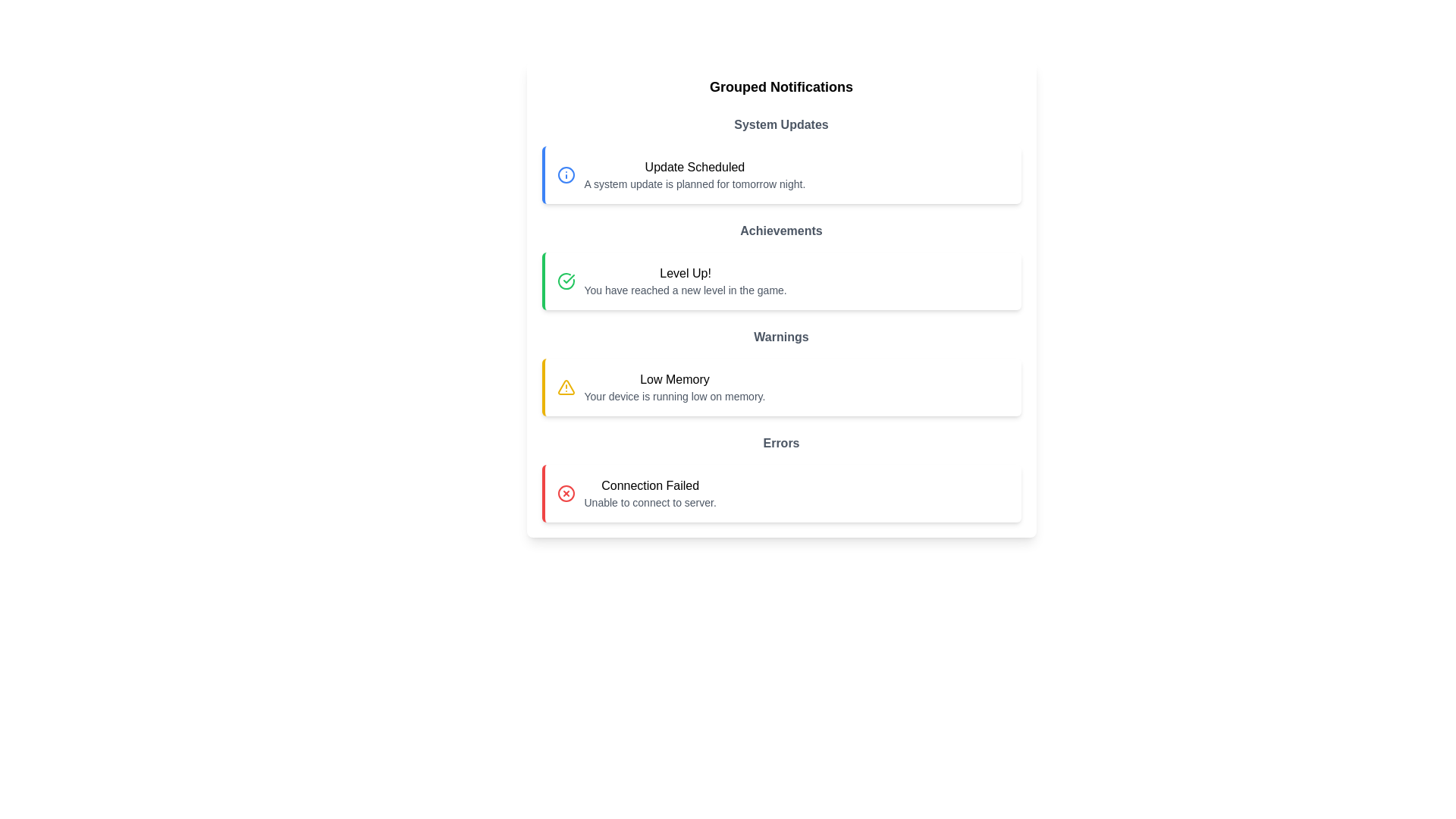  What do you see at coordinates (565, 174) in the screenshot?
I see `the circular graphical icon in the top-left corner of the 'System Updates' notification section, which is part of a blue-bordered entry titled 'Update Scheduled'` at bounding box center [565, 174].